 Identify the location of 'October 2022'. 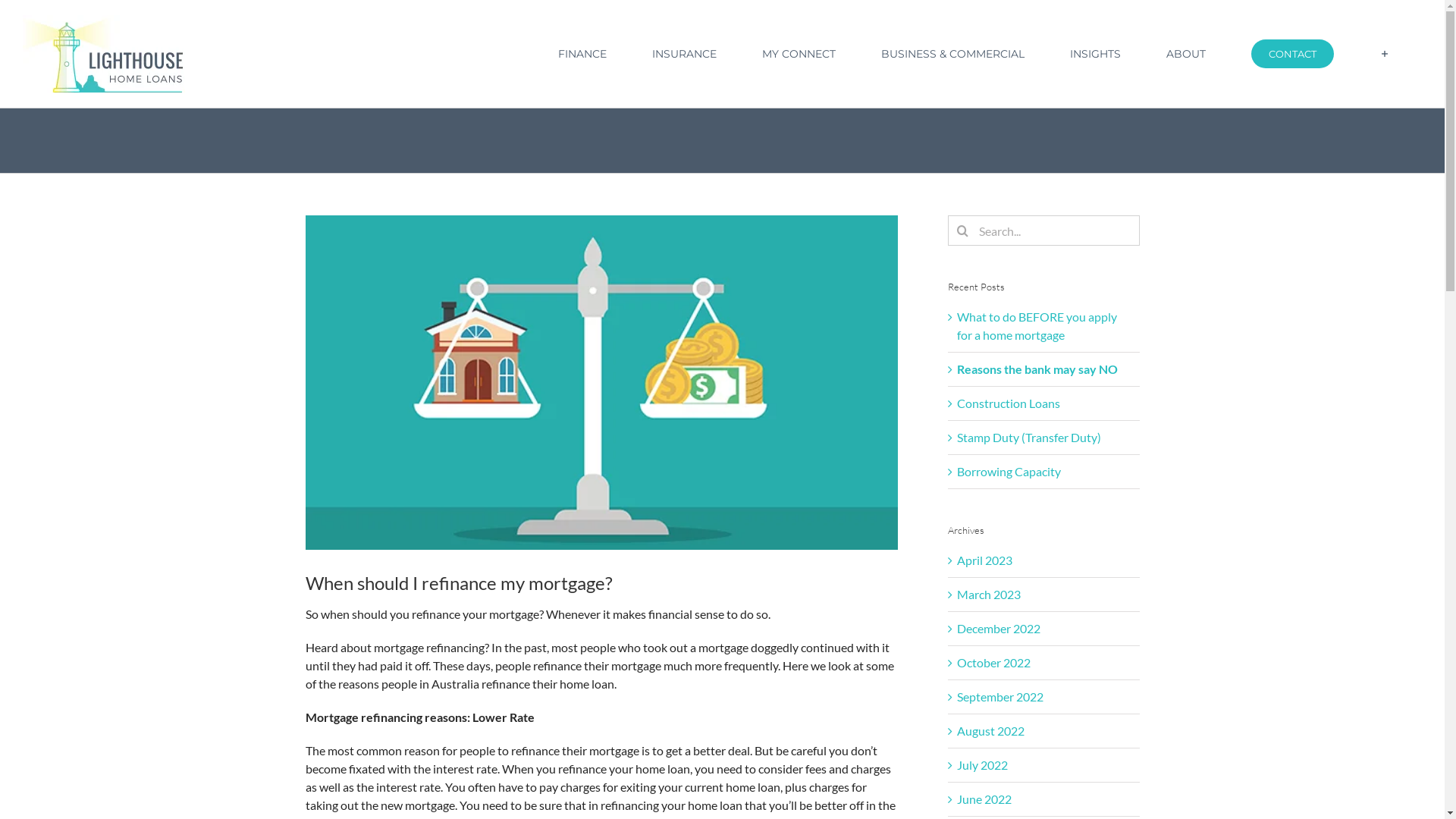
(993, 661).